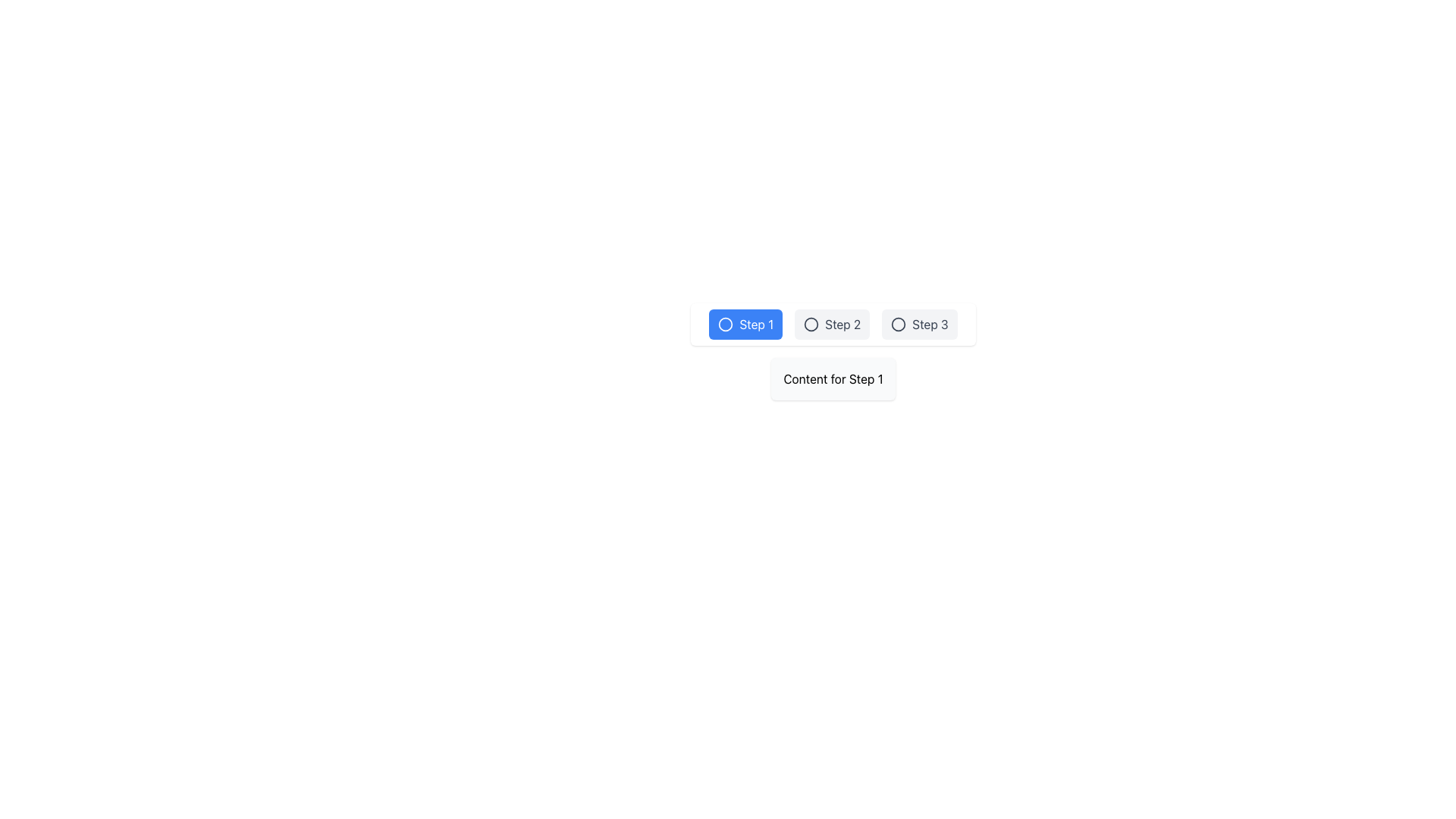  Describe the element at coordinates (919, 324) in the screenshot. I see `the third button in the horizontal step navigation bar, which activates content associated with 'Step 3'` at that location.